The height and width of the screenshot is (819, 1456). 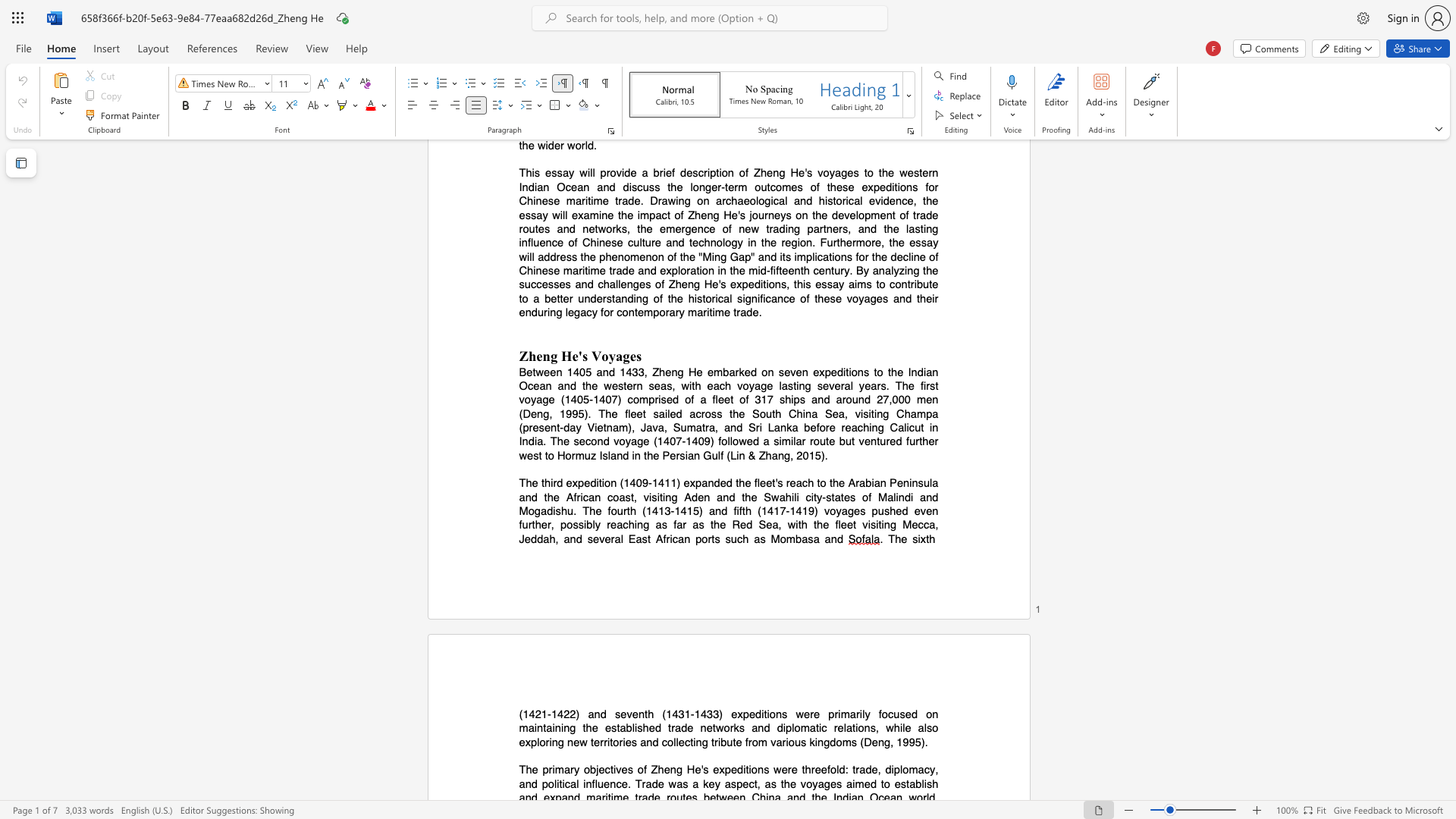 What do you see at coordinates (641, 783) in the screenshot?
I see `the space between the continuous character "T" and "r" in the text` at bounding box center [641, 783].